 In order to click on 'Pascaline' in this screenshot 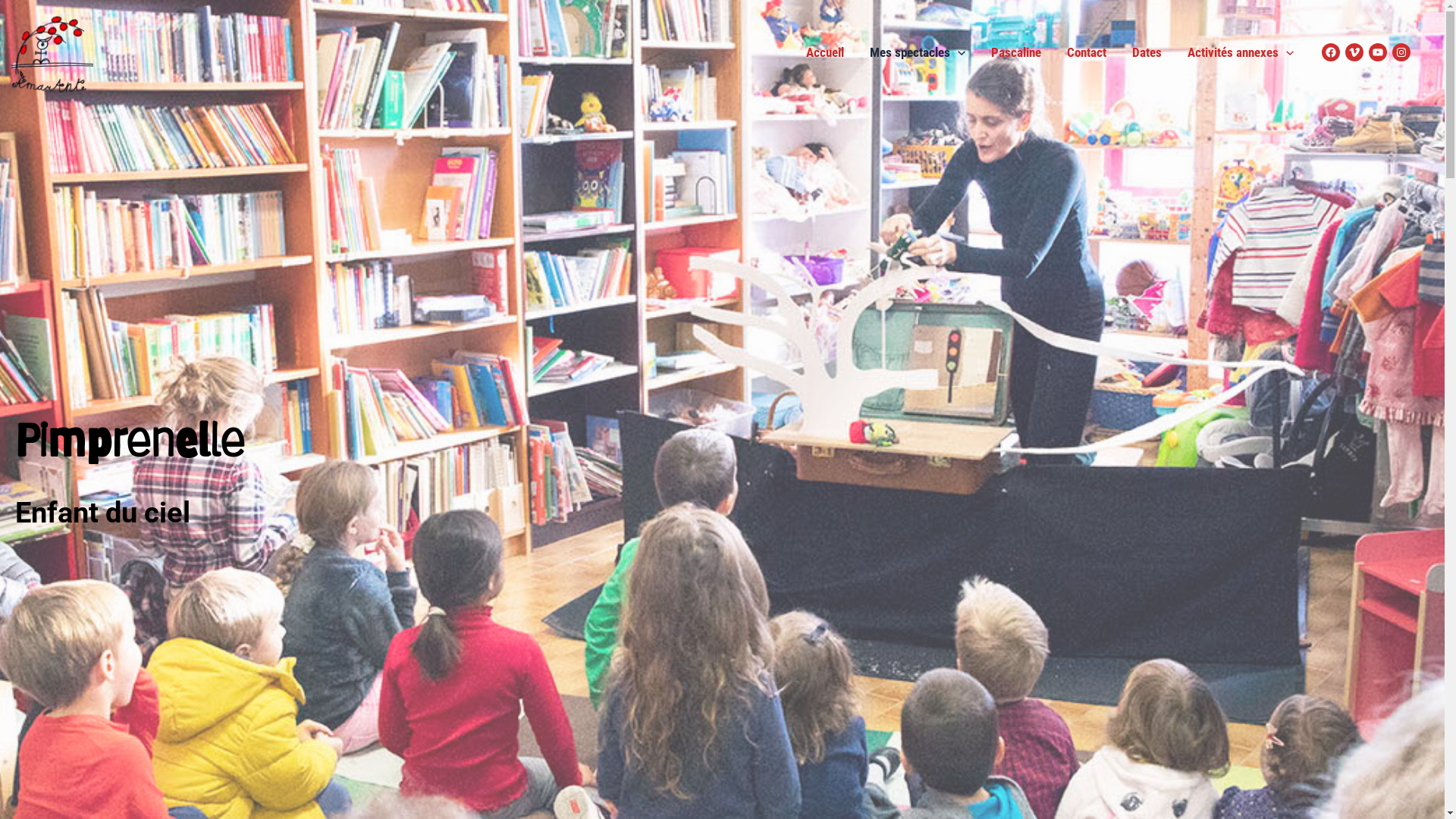, I will do `click(1015, 52)`.